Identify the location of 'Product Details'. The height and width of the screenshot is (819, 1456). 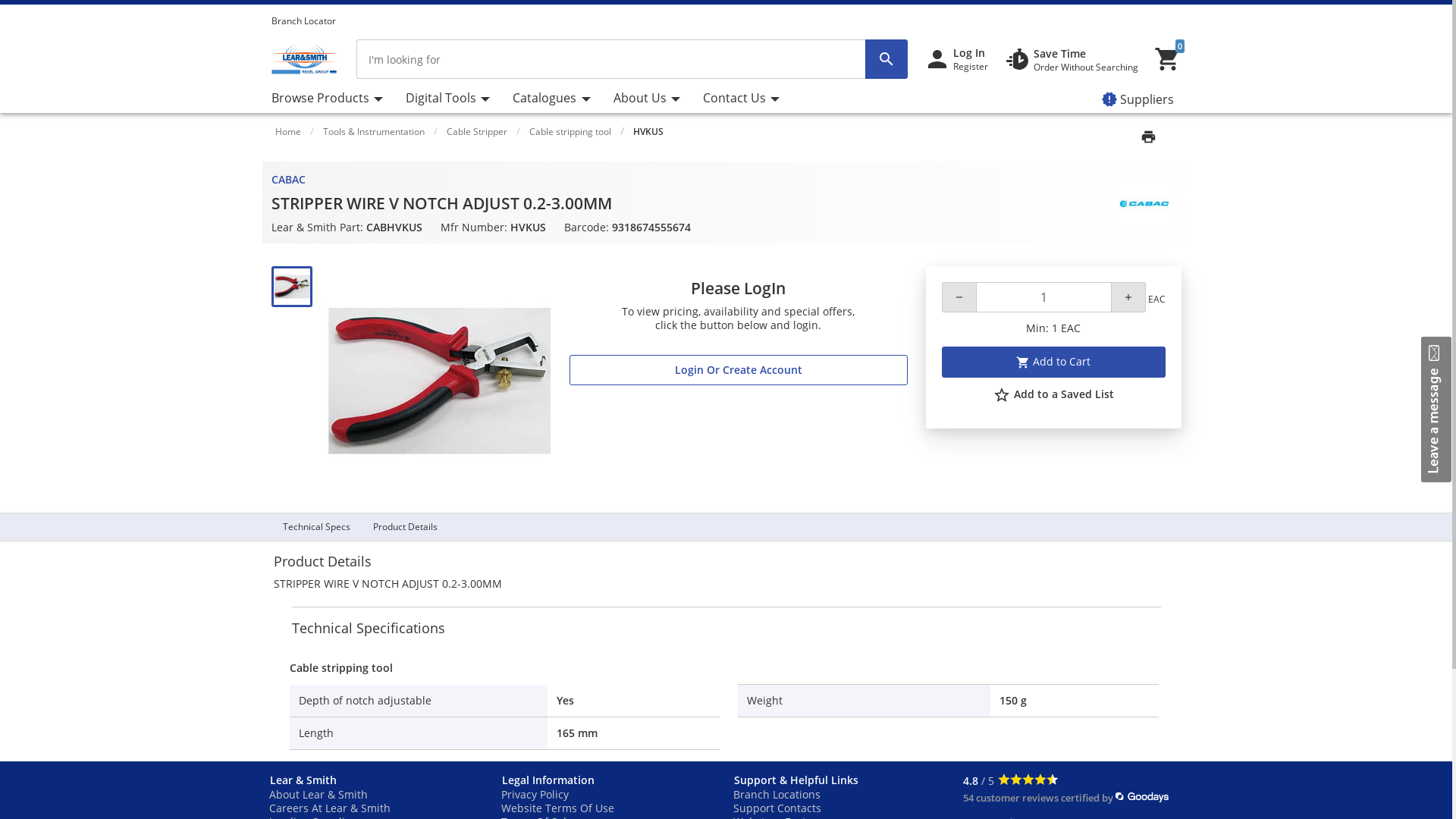
(359, 526).